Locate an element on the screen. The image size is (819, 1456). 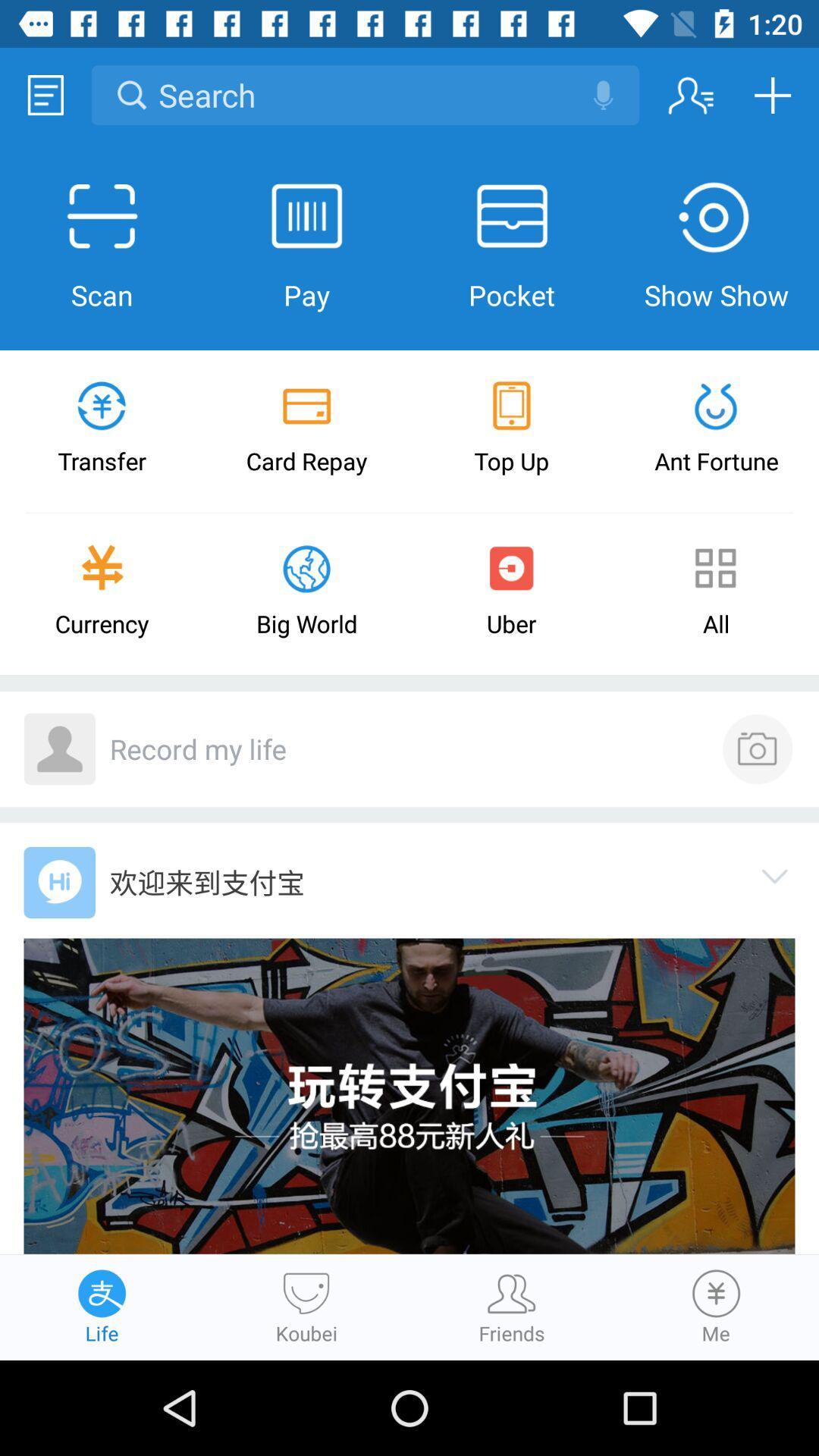
pay icon which is after scan on the page is located at coordinates (307, 216).